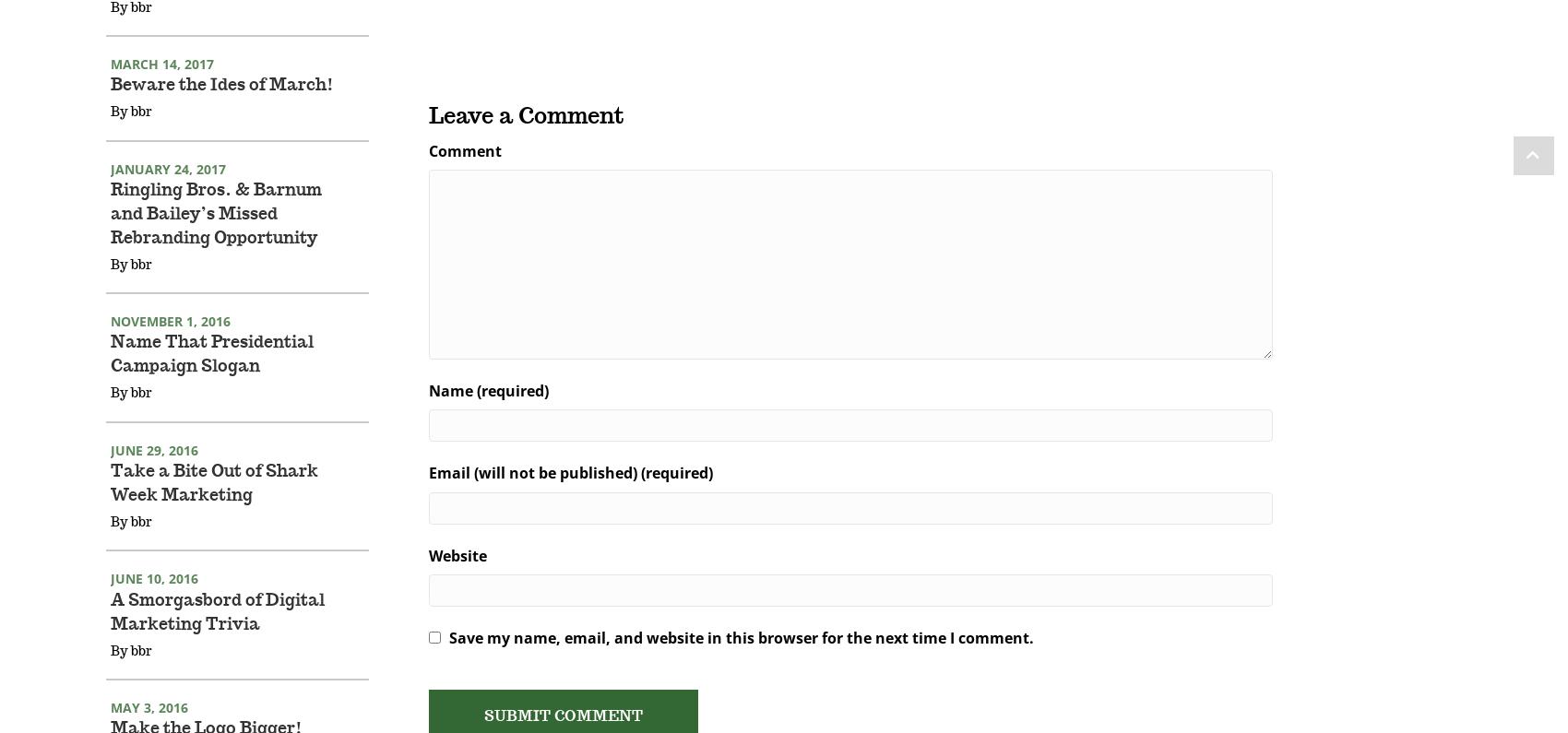 The width and height of the screenshot is (1568, 733). Describe the element at coordinates (222, 110) in the screenshot. I see `'Beware the Ides of March!'` at that location.